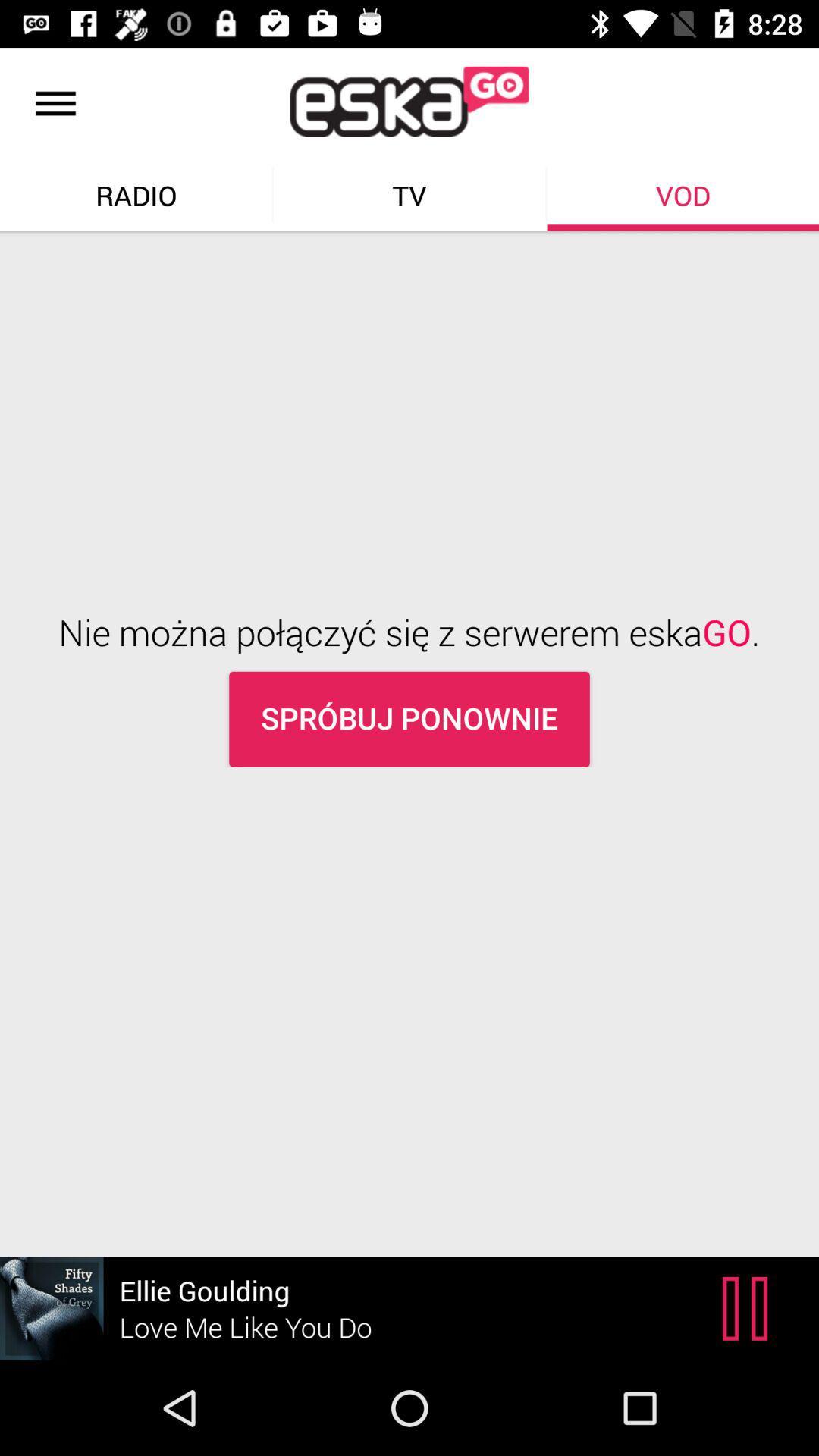 This screenshot has width=819, height=1456. Describe the element at coordinates (748, 1308) in the screenshot. I see `the pause icon on the bottom right corner of the page` at that location.